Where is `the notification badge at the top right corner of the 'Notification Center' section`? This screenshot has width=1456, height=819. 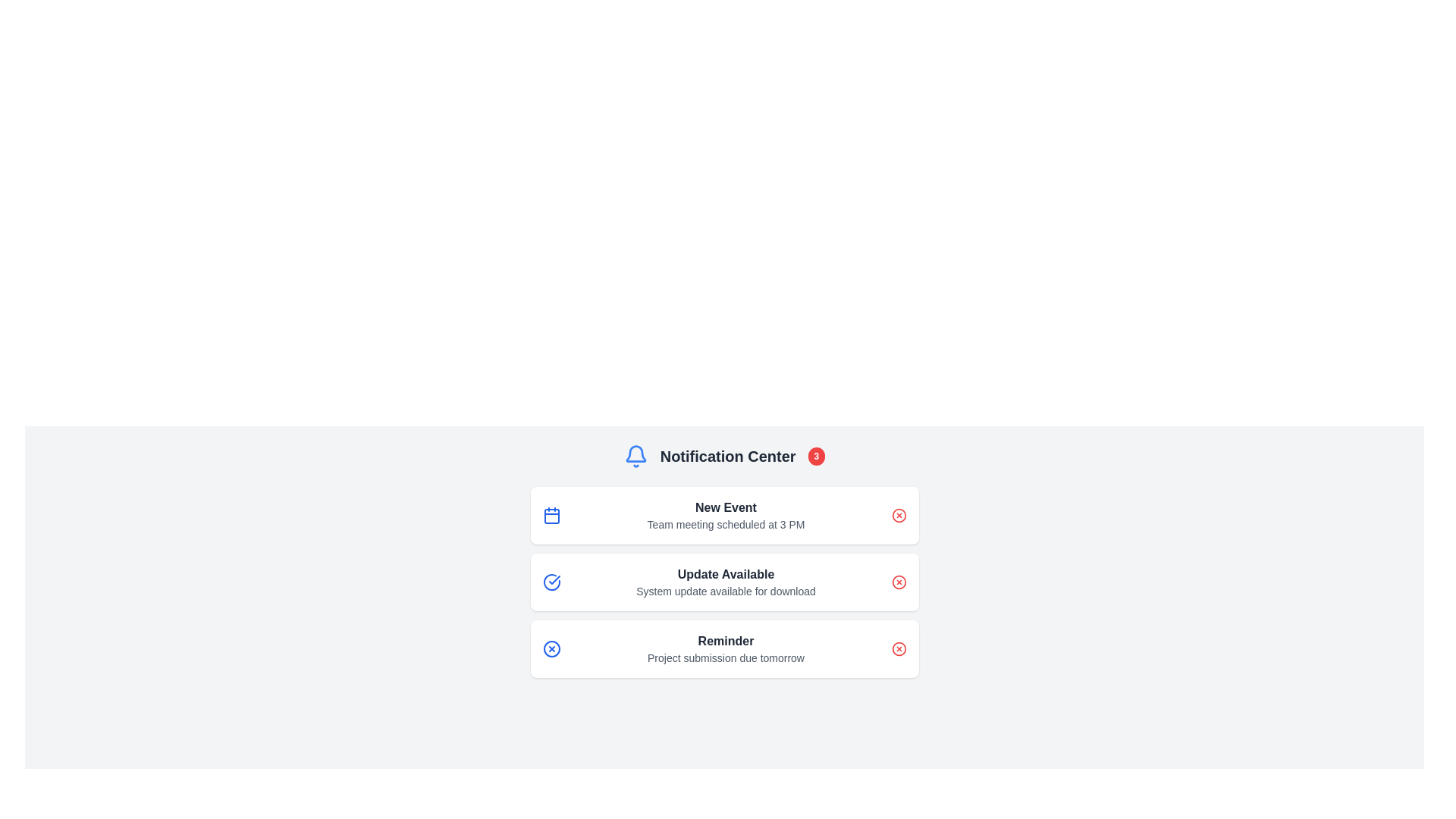 the notification badge at the top right corner of the 'Notification Center' section is located at coordinates (815, 455).